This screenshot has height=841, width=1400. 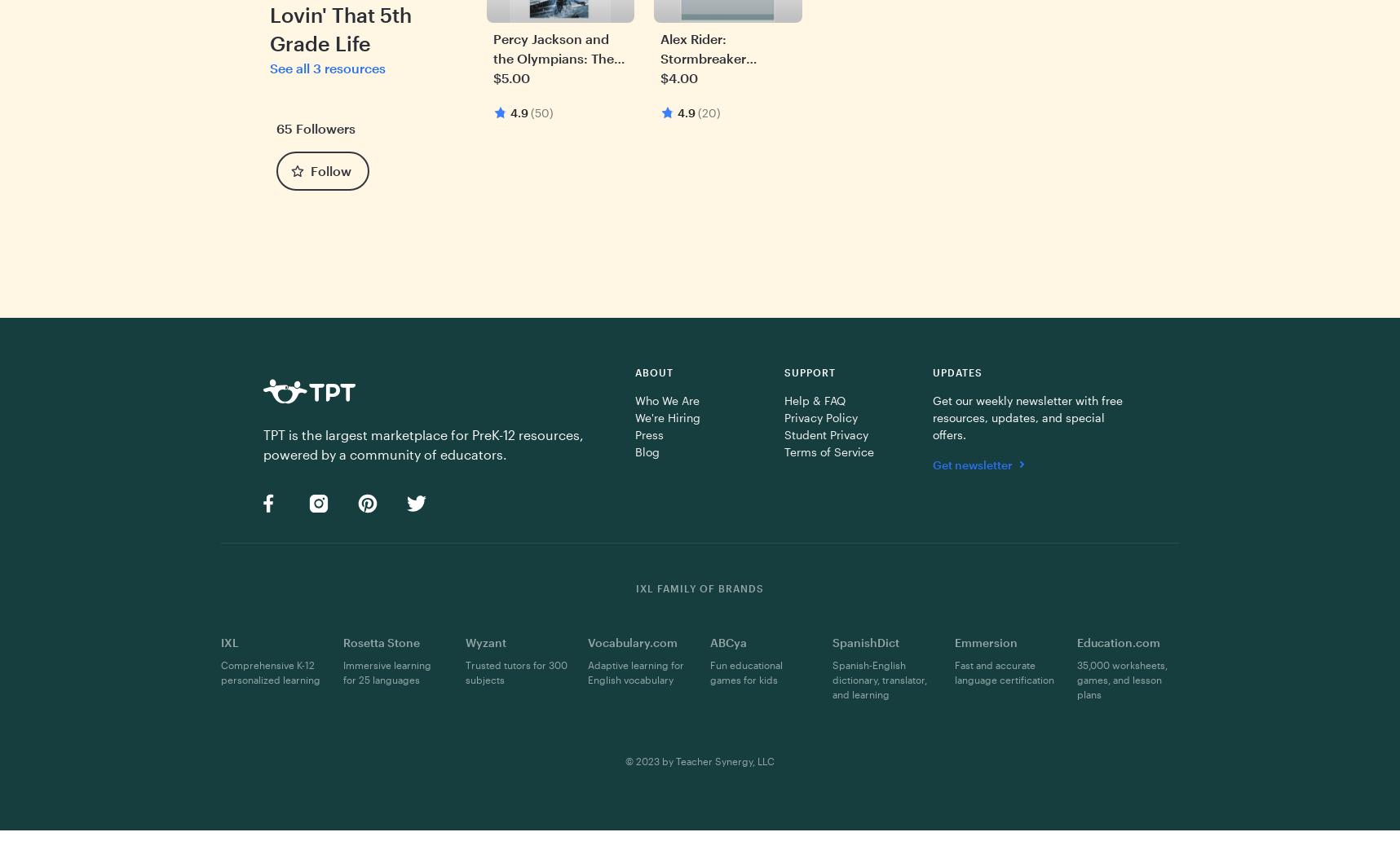 I want to click on '(20)', so click(x=709, y=111).